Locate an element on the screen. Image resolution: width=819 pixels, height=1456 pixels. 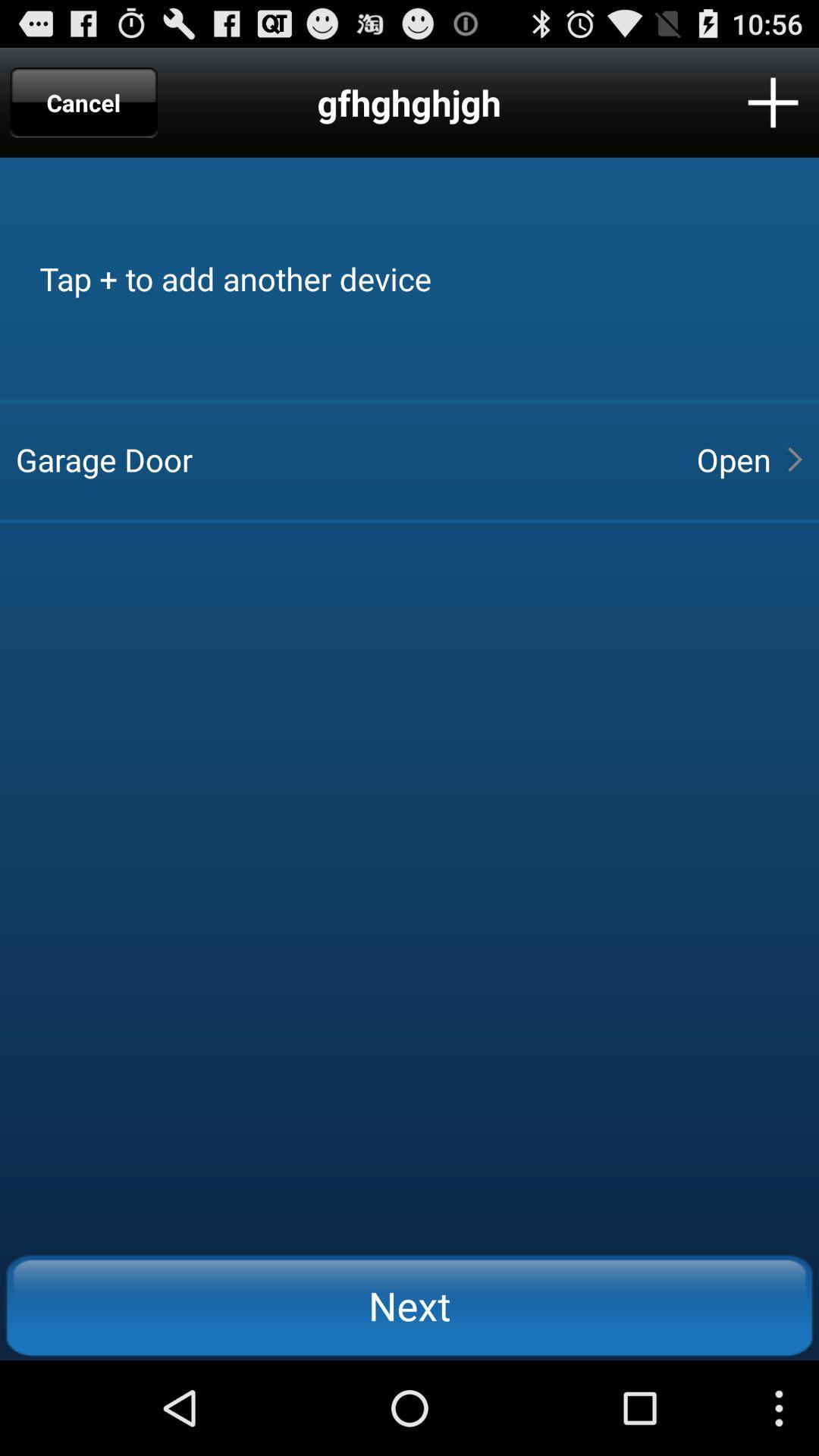
the item above tap to add is located at coordinates (773, 102).